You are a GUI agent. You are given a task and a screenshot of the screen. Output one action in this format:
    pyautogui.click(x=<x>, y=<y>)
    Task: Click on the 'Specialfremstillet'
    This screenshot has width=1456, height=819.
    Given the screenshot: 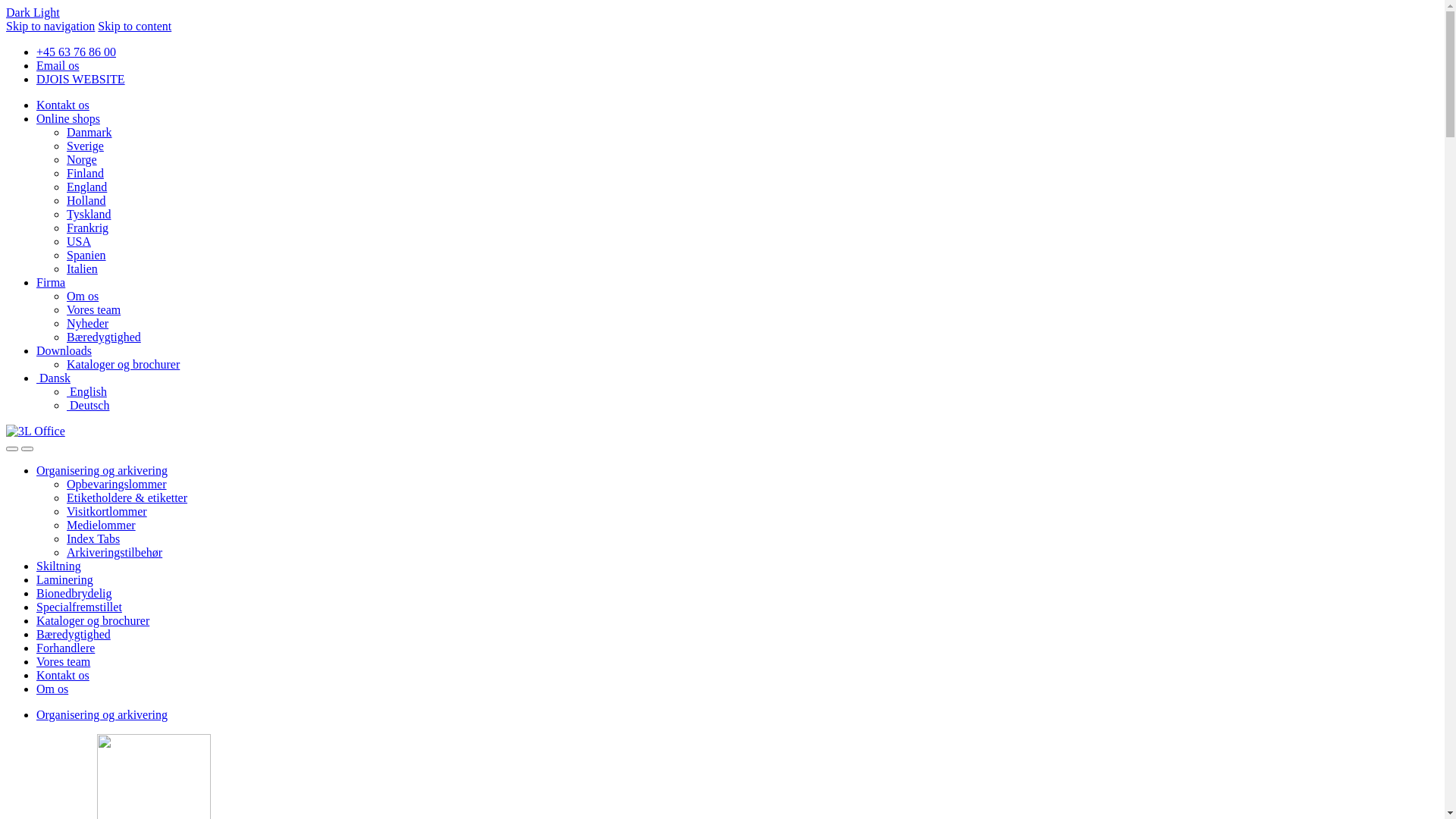 What is the action you would take?
    pyautogui.click(x=78, y=606)
    